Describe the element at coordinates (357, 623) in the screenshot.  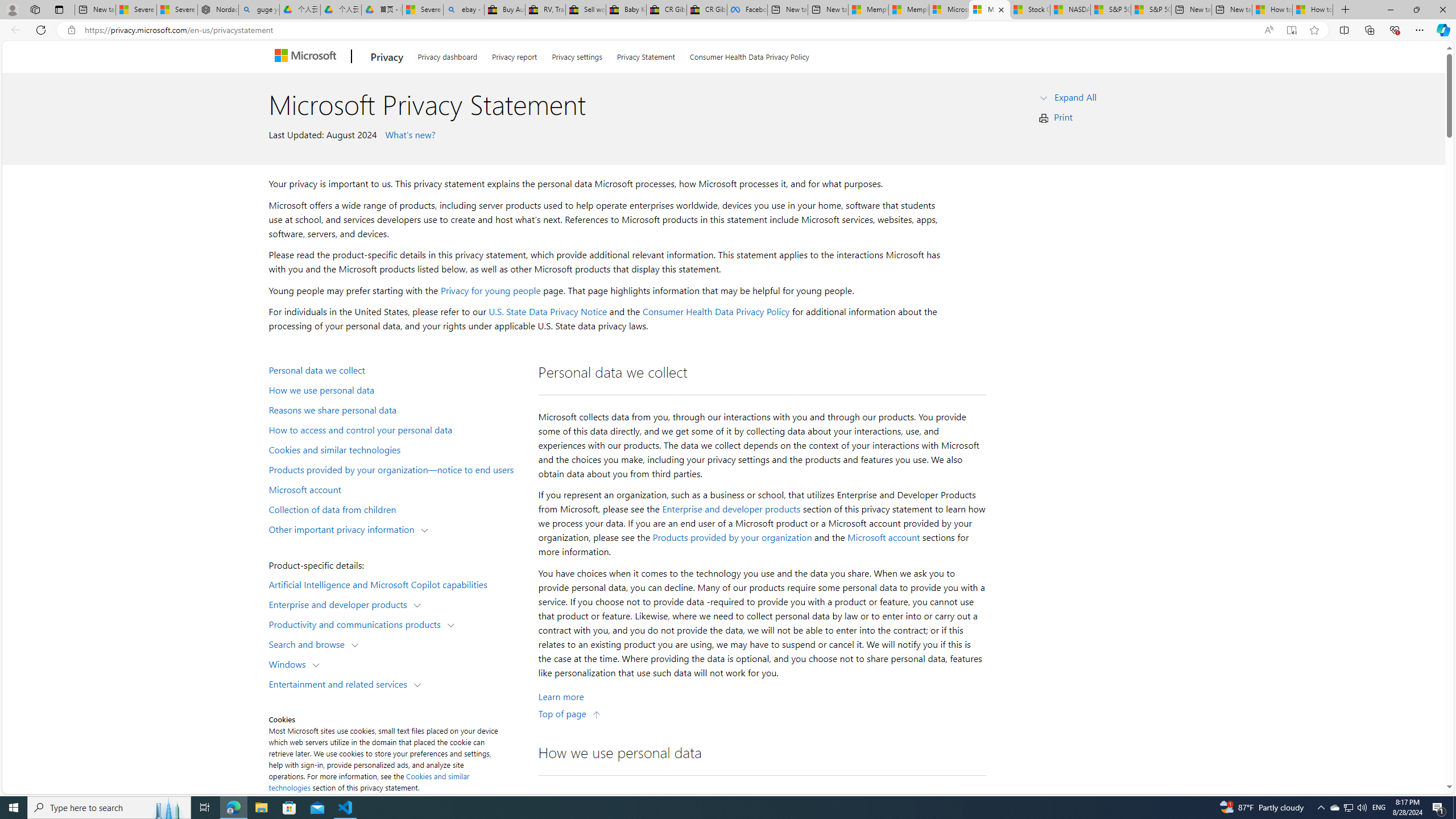
I see `'Productivity and communications products'` at that location.